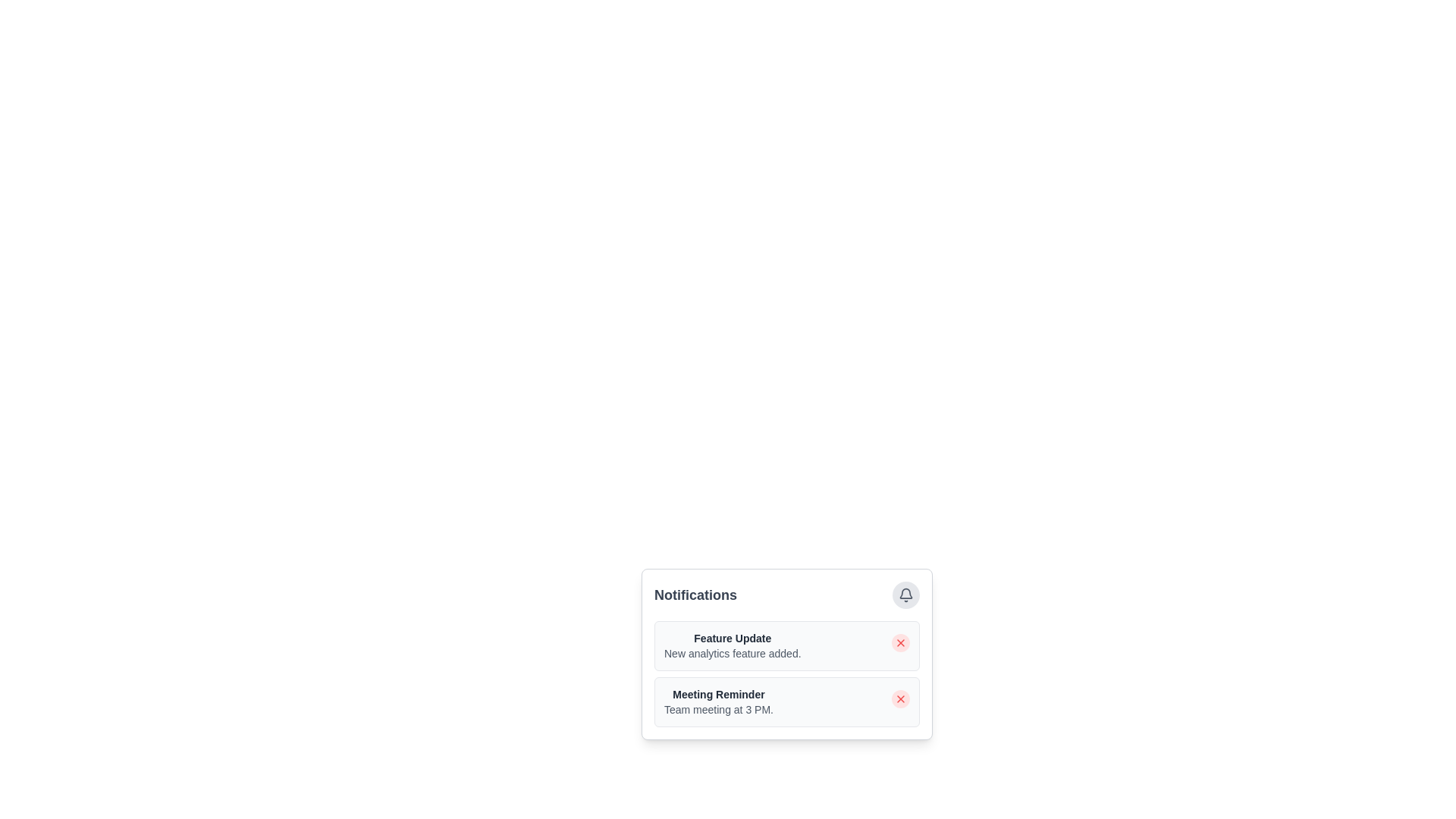  Describe the element at coordinates (906, 595) in the screenshot. I see `the clickable circular button with an icon located in the top-right corner of the 'Notifications' card` at that location.